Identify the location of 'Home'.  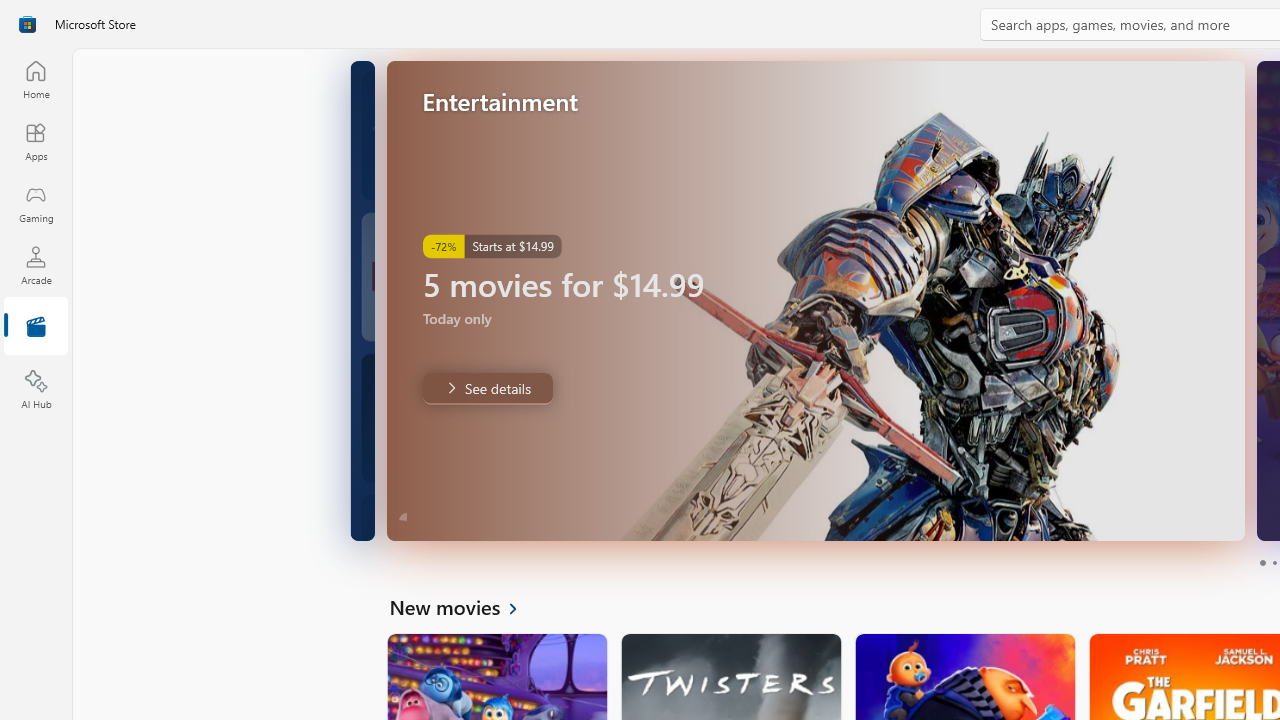
(35, 78).